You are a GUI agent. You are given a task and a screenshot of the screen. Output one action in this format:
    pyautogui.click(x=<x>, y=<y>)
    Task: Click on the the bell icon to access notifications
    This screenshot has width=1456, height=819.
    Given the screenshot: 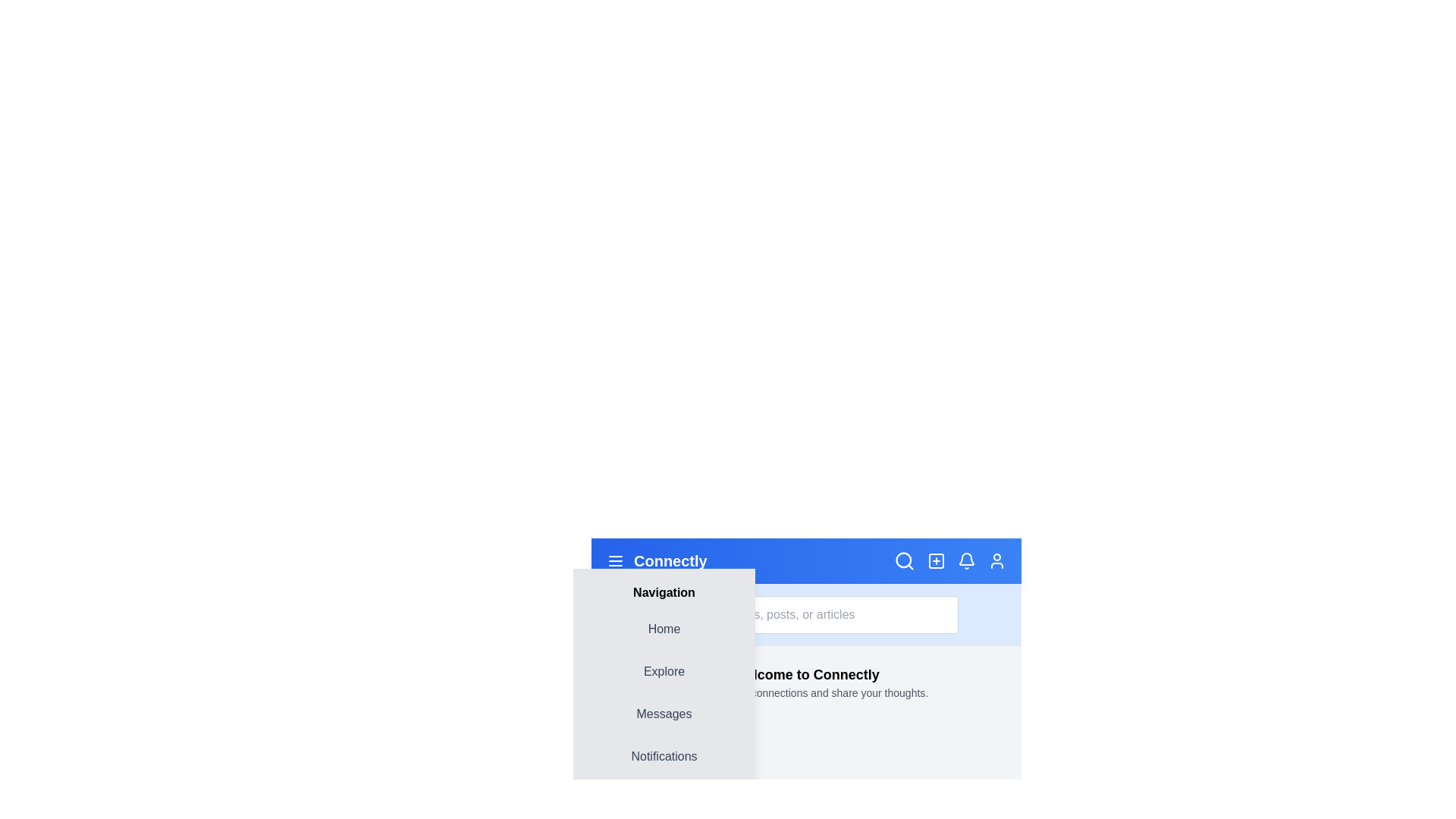 What is the action you would take?
    pyautogui.click(x=966, y=561)
    